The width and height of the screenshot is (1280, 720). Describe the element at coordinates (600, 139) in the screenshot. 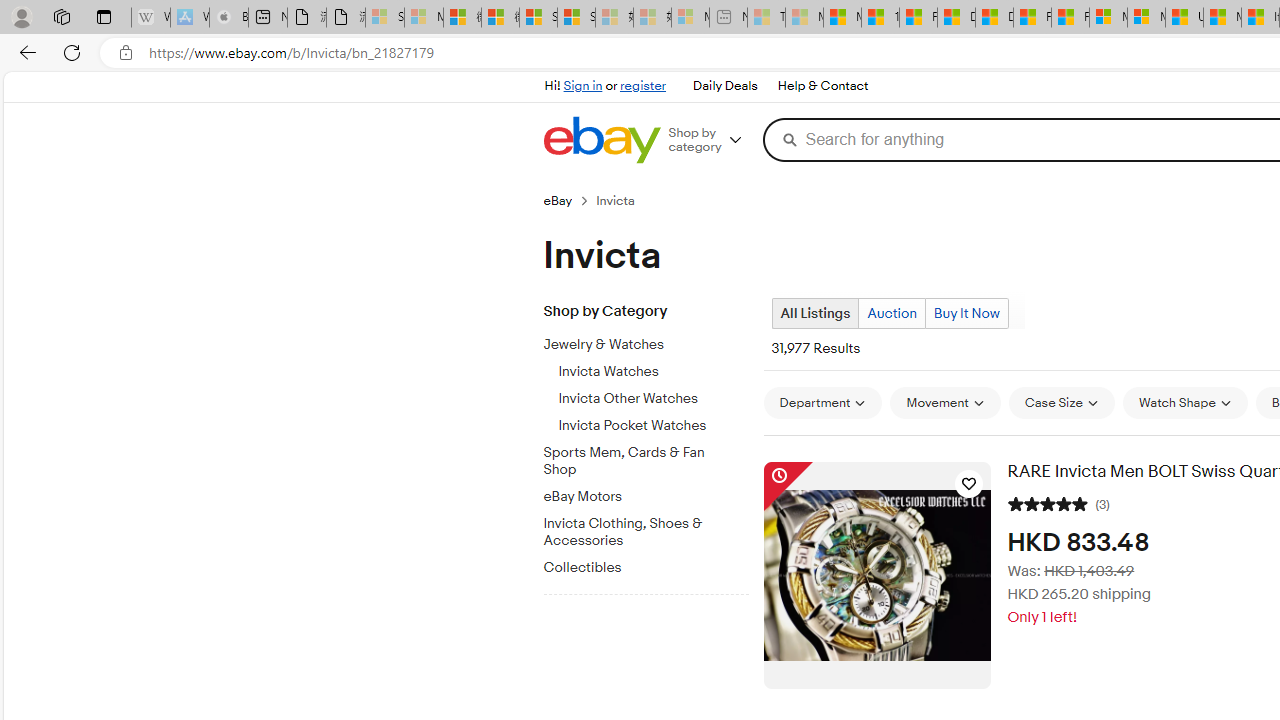

I see `'eBay Home'` at that location.